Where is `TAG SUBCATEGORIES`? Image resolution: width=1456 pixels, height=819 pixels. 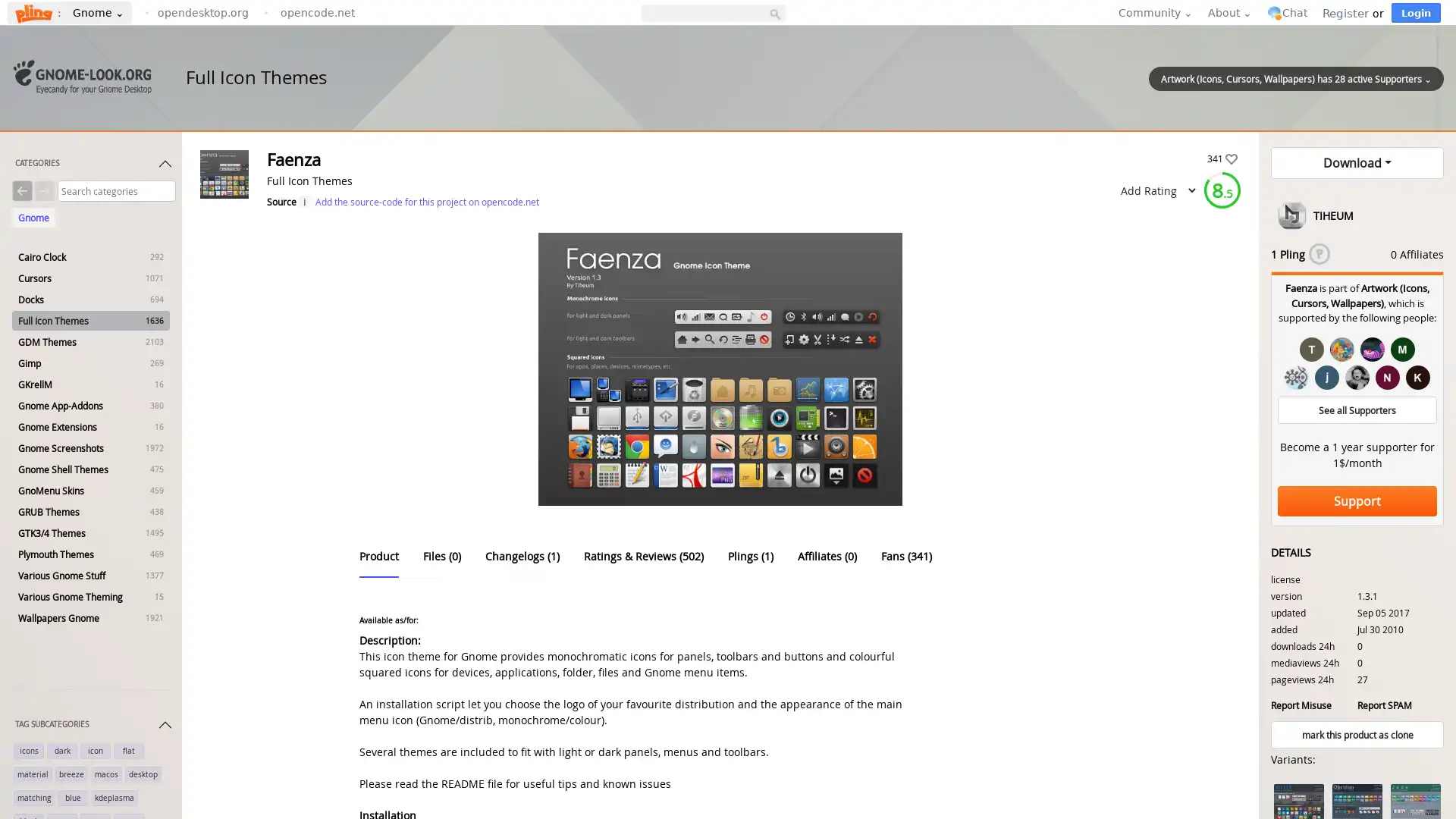
TAG SUBCATEGORIES is located at coordinates (93, 727).